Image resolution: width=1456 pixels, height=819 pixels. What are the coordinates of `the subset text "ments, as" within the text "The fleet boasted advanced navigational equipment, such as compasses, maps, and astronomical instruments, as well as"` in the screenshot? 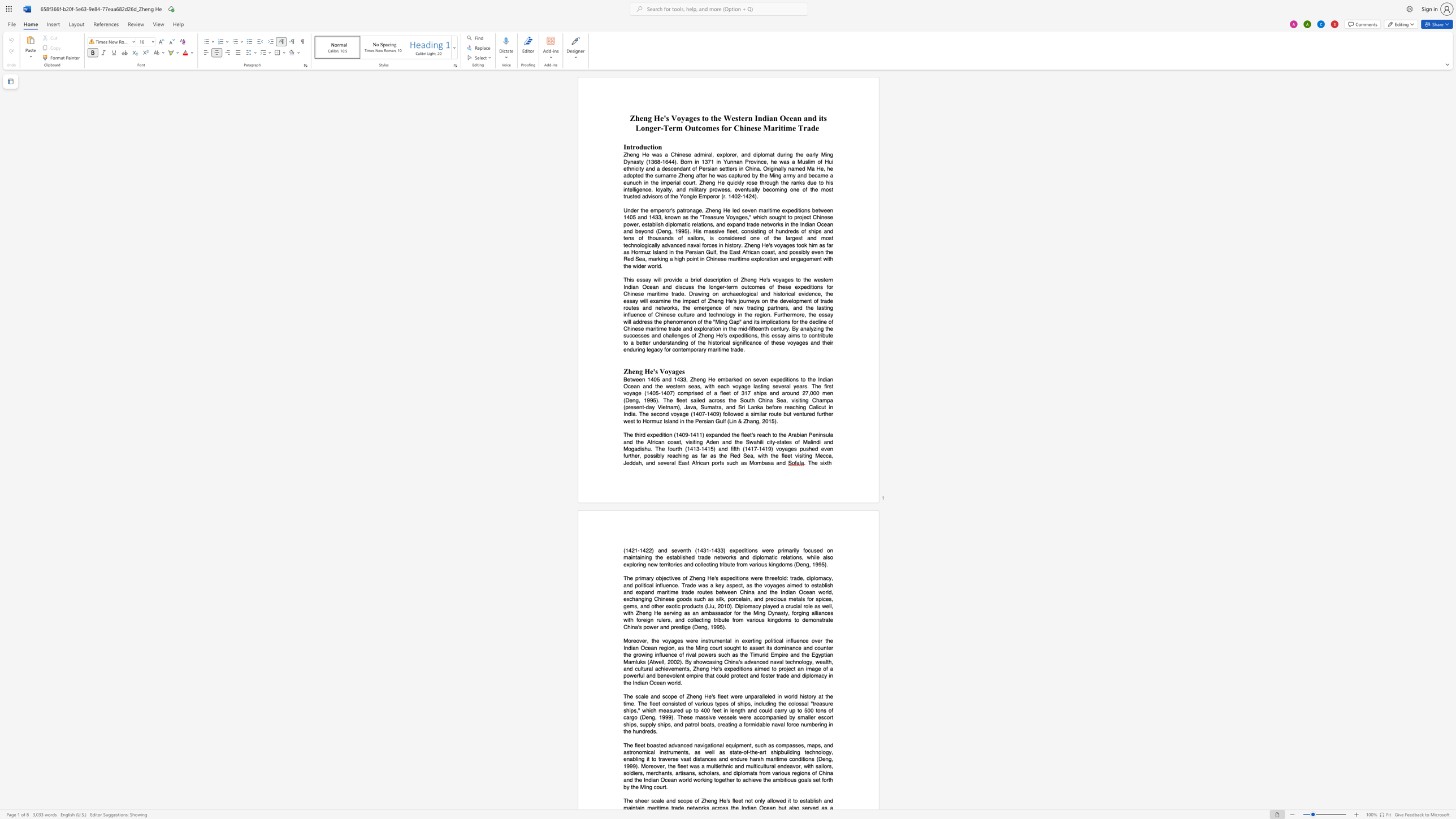 It's located at (673, 751).